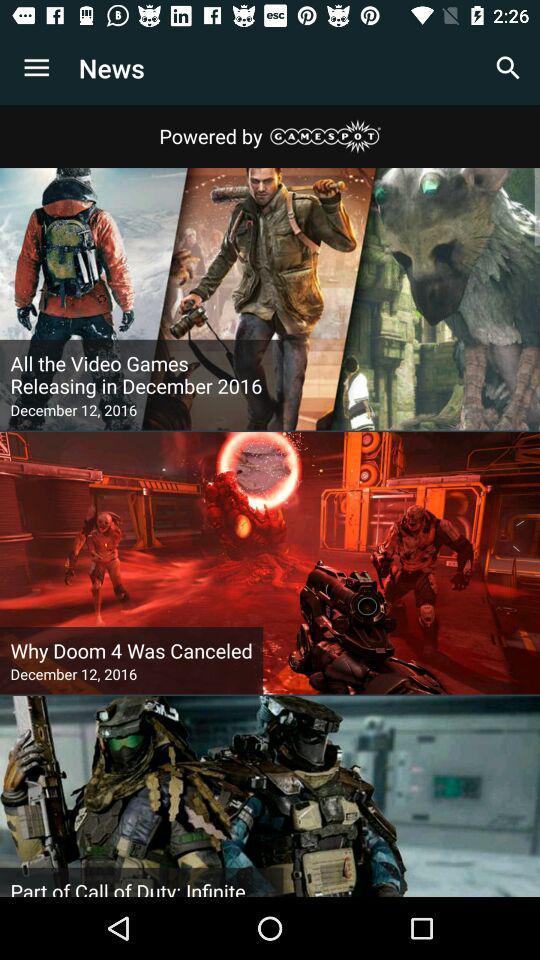  Describe the element at coordinates (508, 68) in the screenshot. I see `app to the right of the news icon` at that location.